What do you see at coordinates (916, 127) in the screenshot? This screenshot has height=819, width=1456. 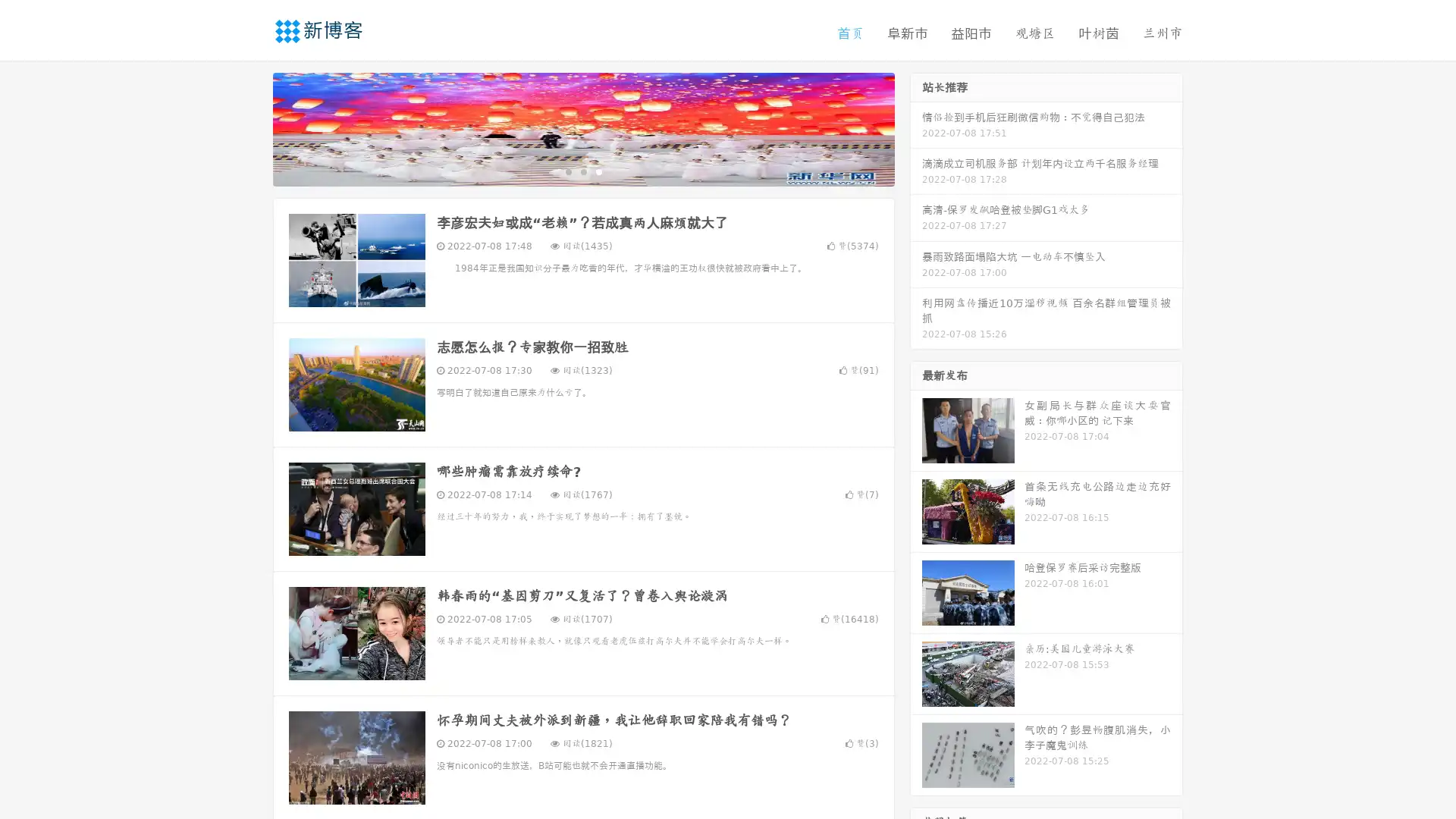 I see `Next slide` at bounding box center [916, 127].